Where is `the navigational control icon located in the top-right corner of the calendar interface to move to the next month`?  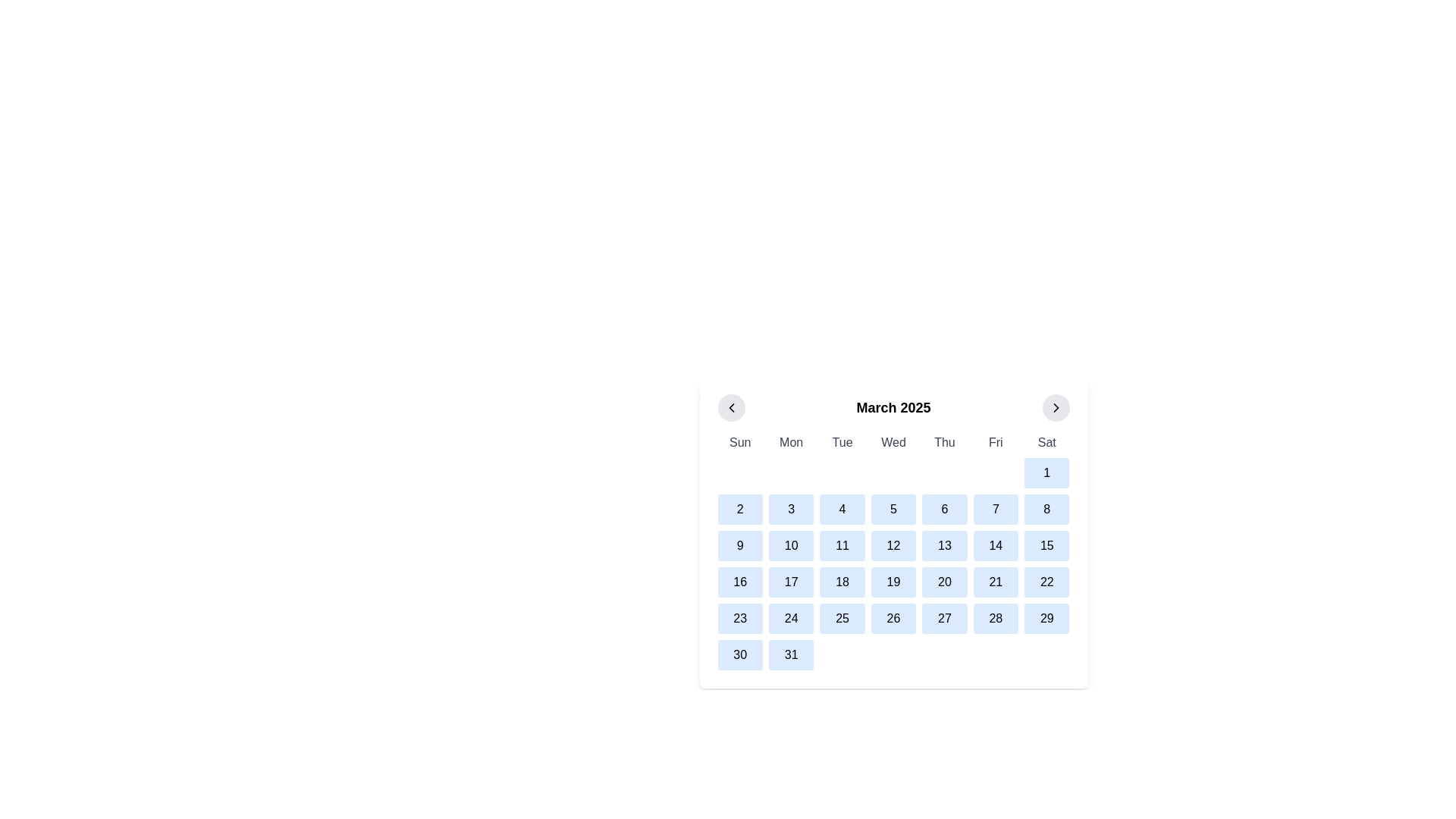
the navigational control icon located in the top-right corner of the calendar interface to move to the next month is located at coordinates (1055, 406).